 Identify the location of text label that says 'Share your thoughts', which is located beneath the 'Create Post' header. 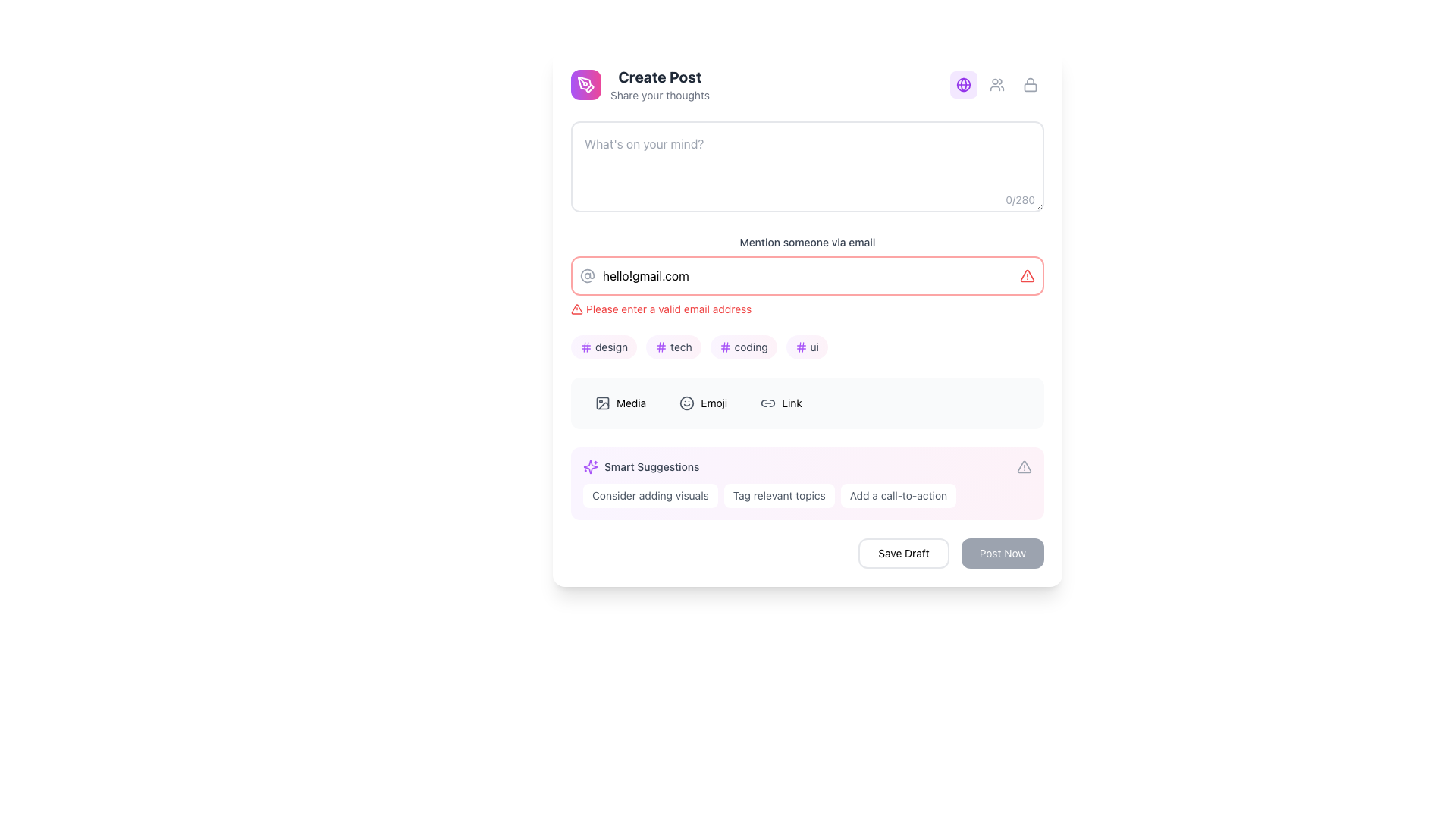
(660, 96).